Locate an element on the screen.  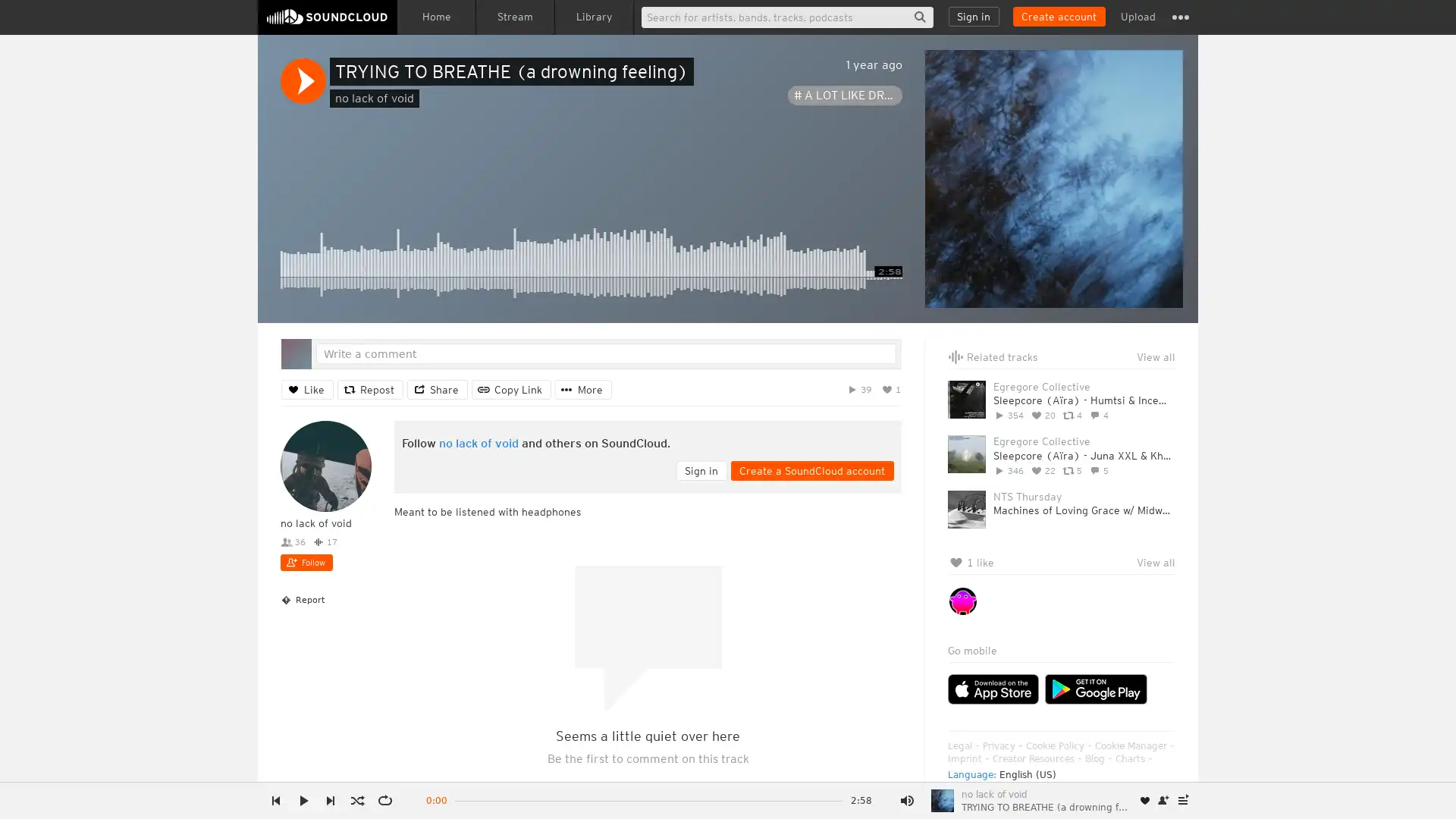
Like is located at coordinates (306, 388).